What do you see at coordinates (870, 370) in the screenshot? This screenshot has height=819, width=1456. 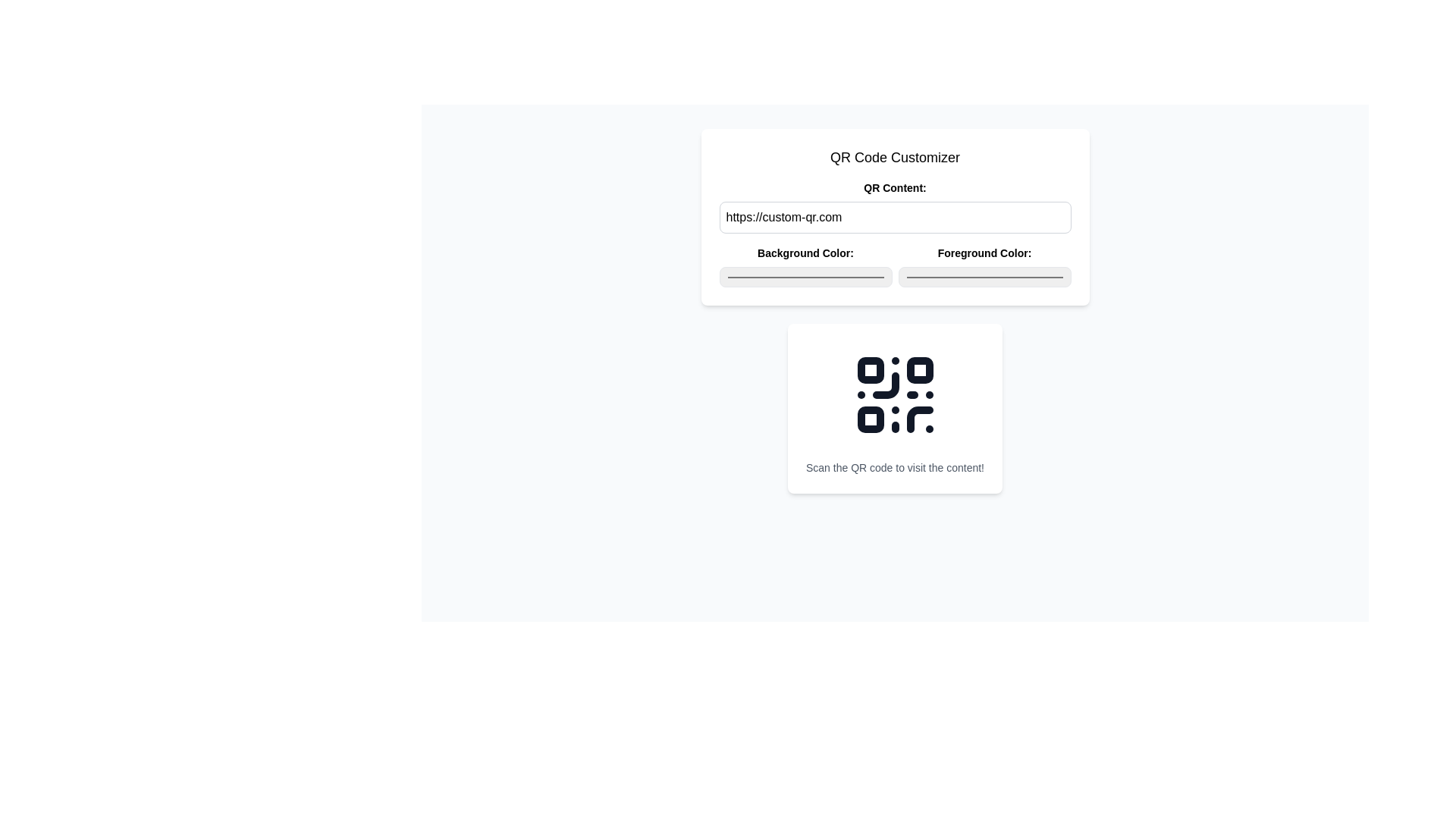 I see `the top-left square of the QR code structure, which is part of the scannable pattern necessary for QR identification` at bounding box center [870, 370].